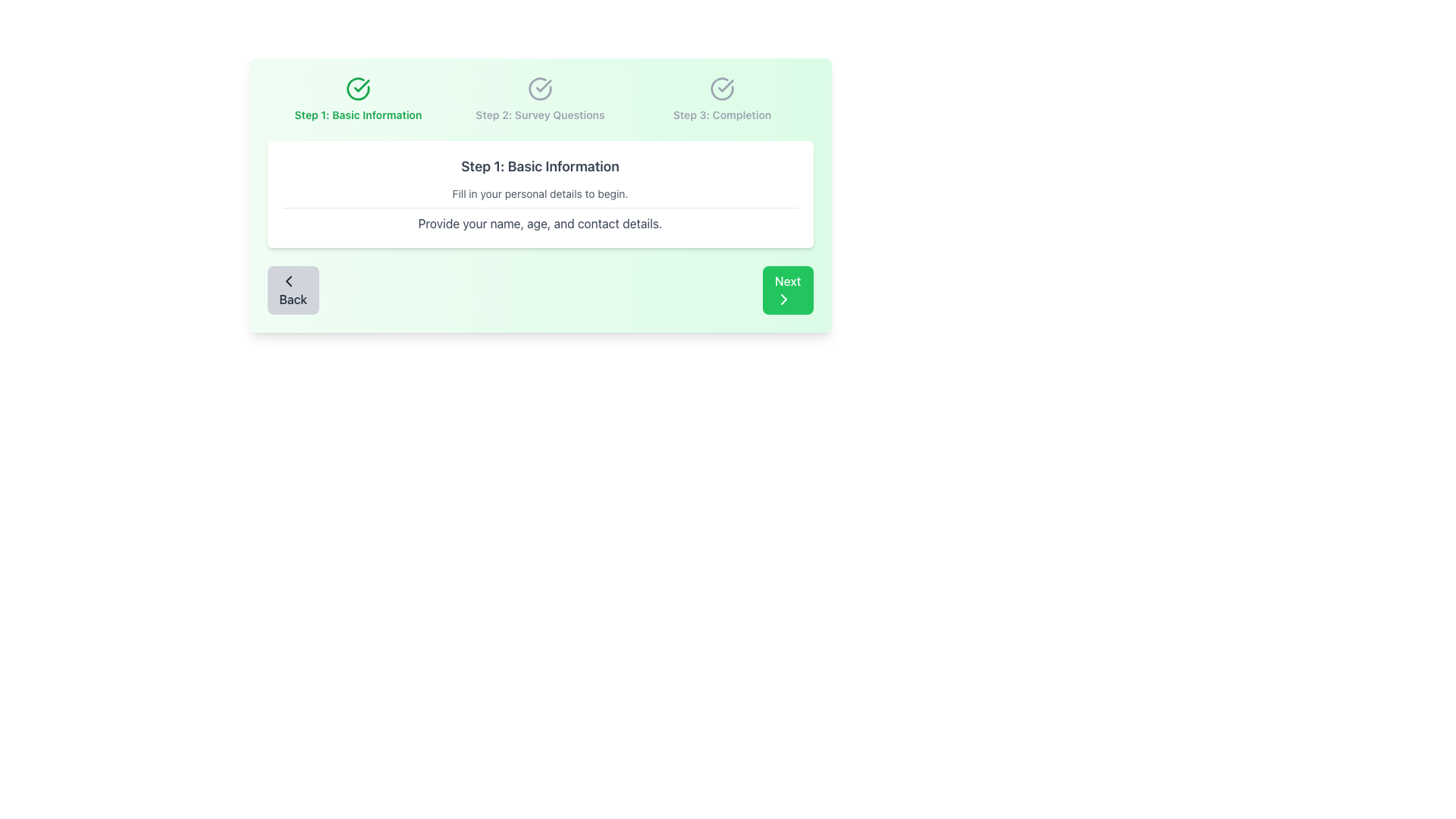  Describe the element at coordinates (357, 99) in the screenshot. I see `the green text label displaying 'Step 1: Basic Information' with a checkmark icon above it, which is the first step in the horizontal progression bar located on the left side` at that location.